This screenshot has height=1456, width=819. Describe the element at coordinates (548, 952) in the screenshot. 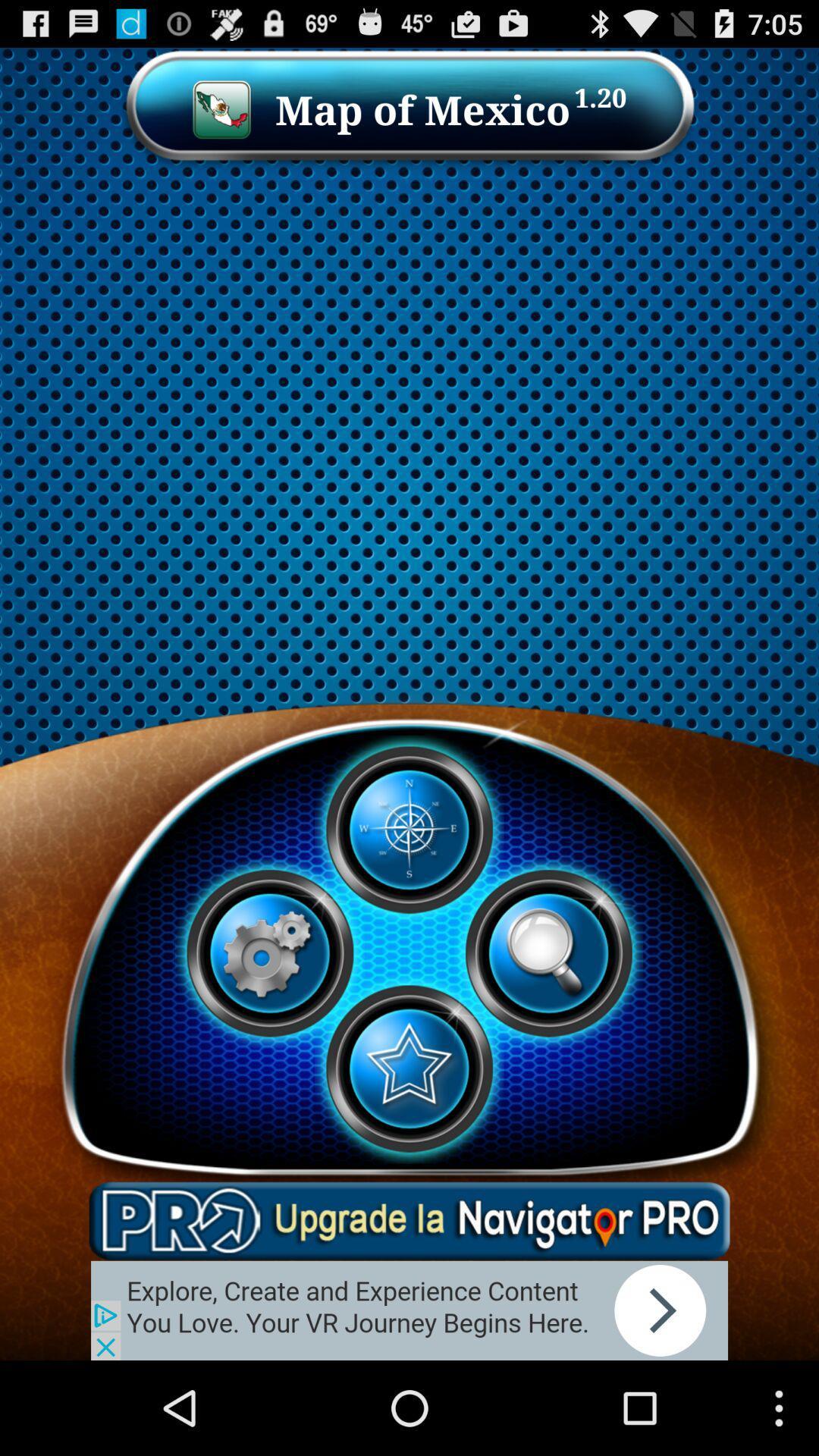

I see `search` at that location.